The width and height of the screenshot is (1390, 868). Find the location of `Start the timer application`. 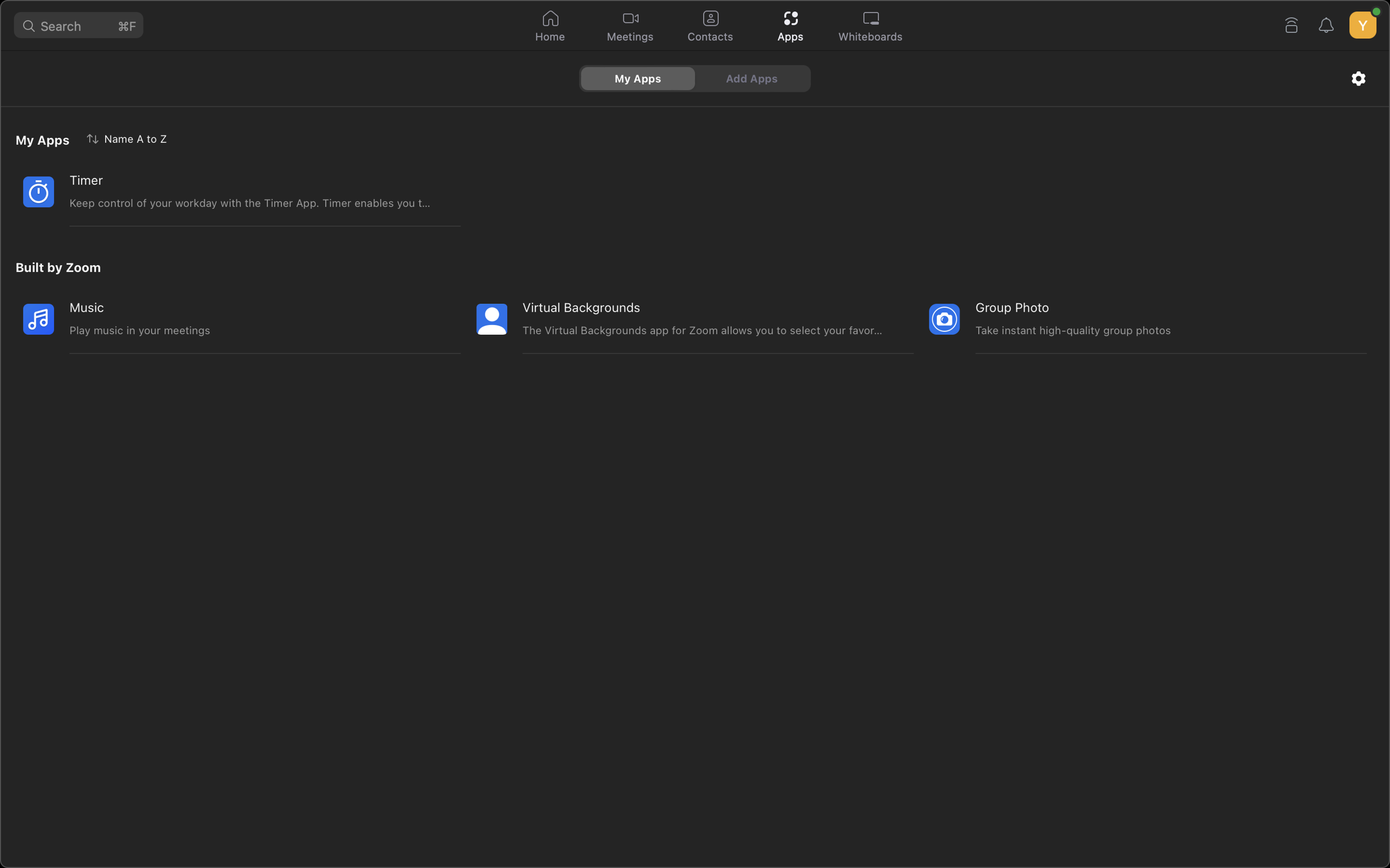

Start the timer application is located at coordinates (224, 191).